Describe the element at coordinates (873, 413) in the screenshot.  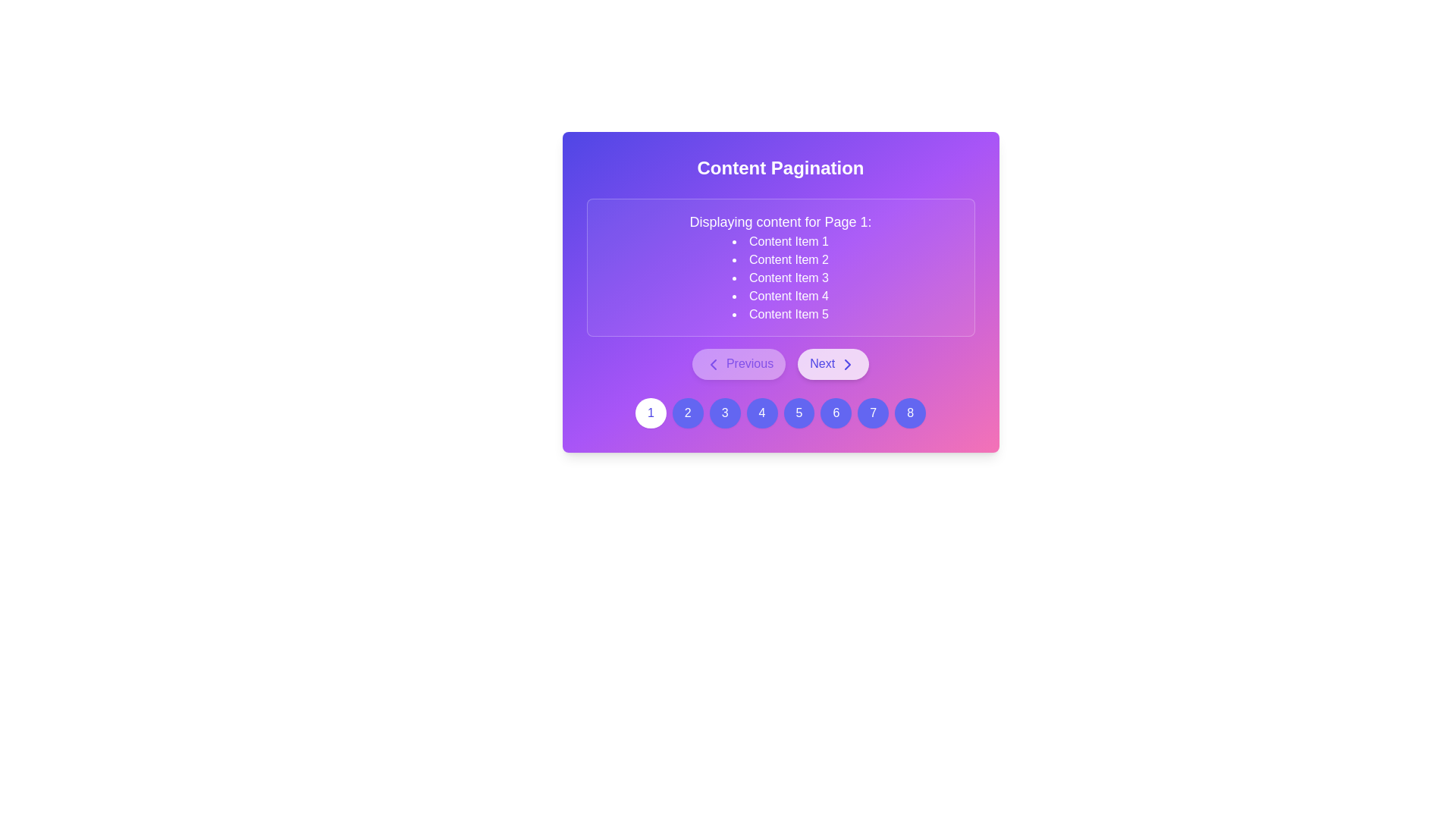
I see `the seventh button in the pagination bar` at that location.